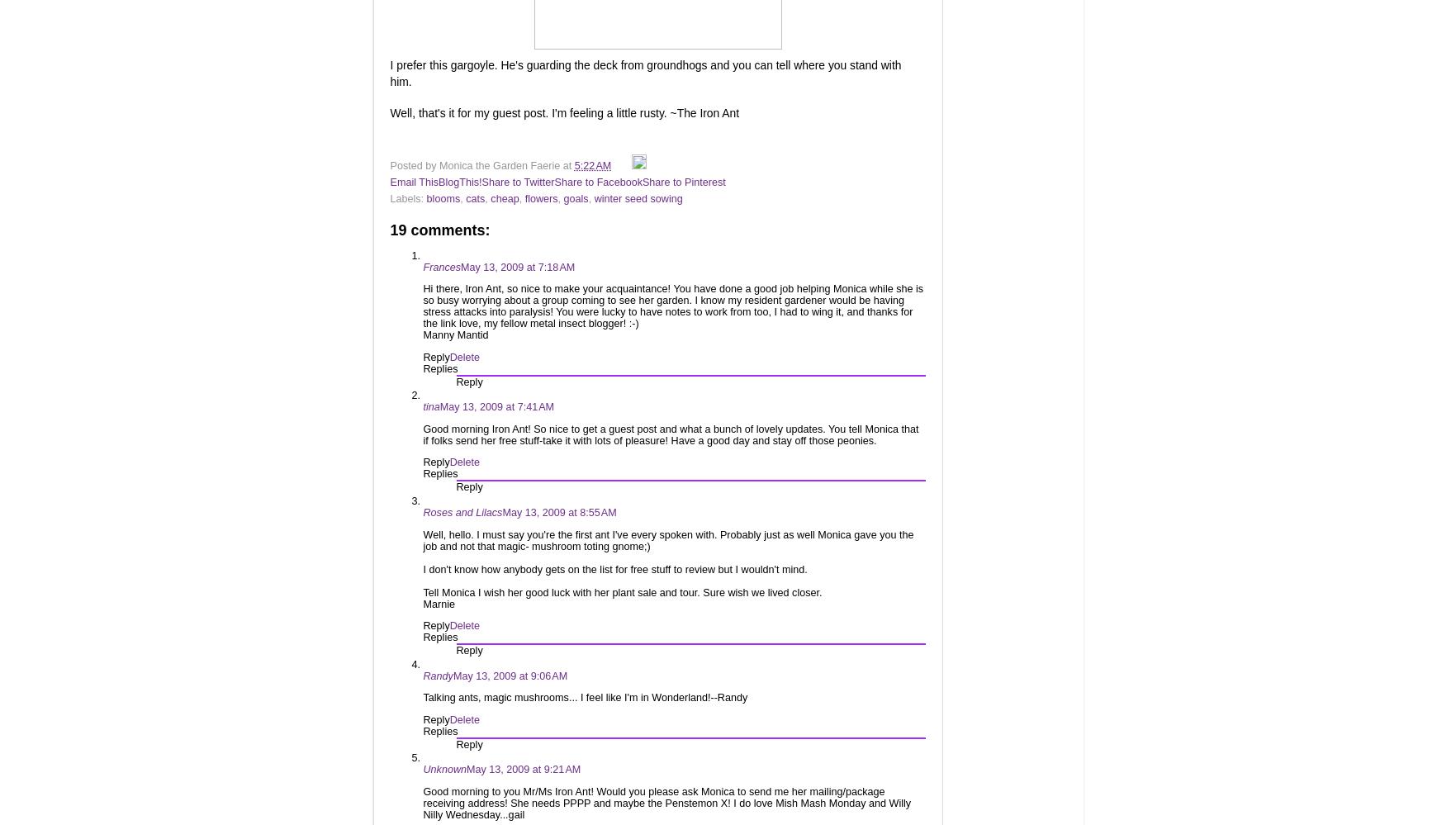 This screenshot has width=1456, height=825. What do you see at coordinates (500, 164) in the screenshot?
I see `'Monica the Garden Faerie'` at bounding box center [500, 164].